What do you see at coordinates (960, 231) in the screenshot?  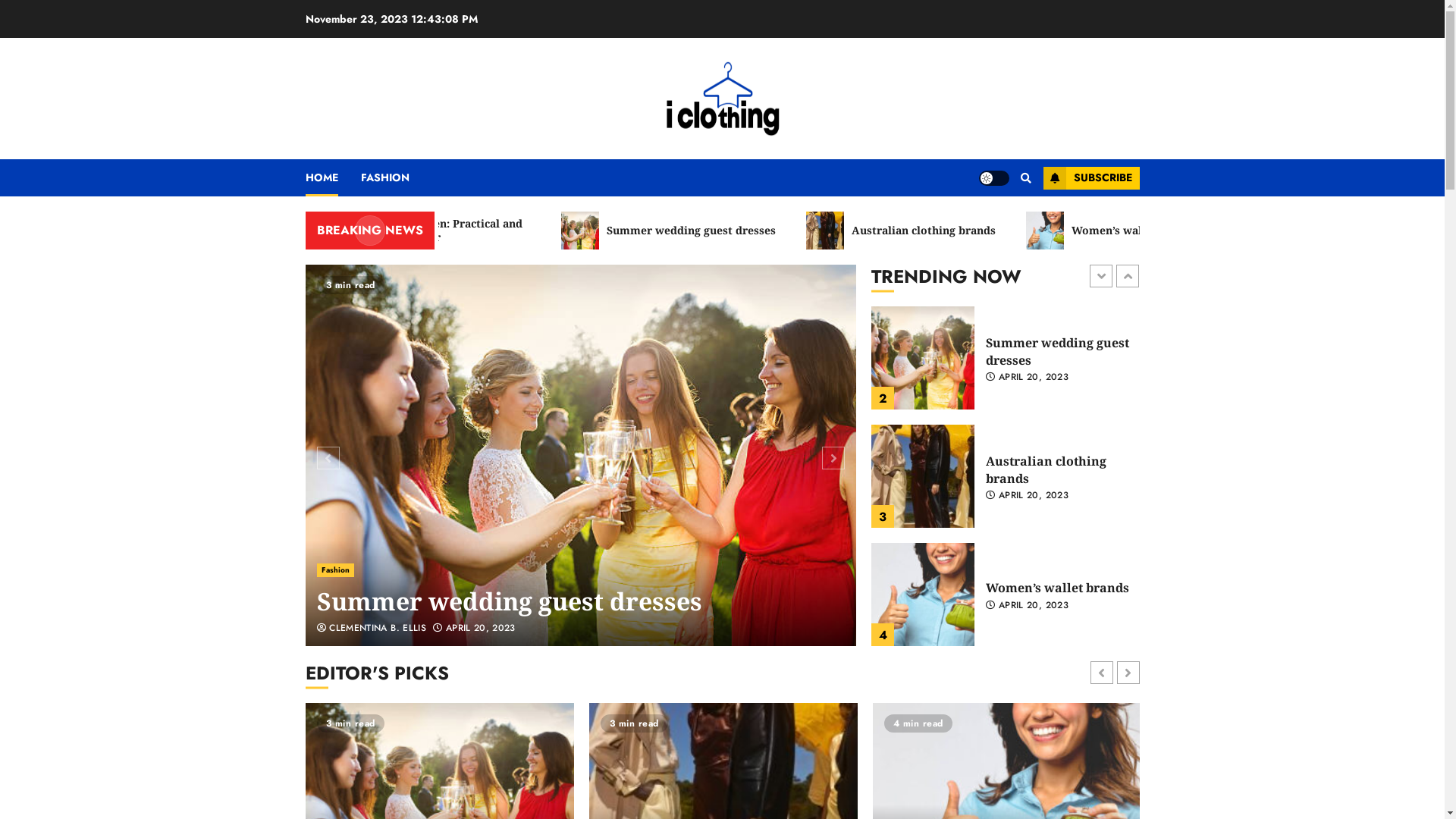 I see `'Australian clothing brands'` at bounding box center [960, 231].